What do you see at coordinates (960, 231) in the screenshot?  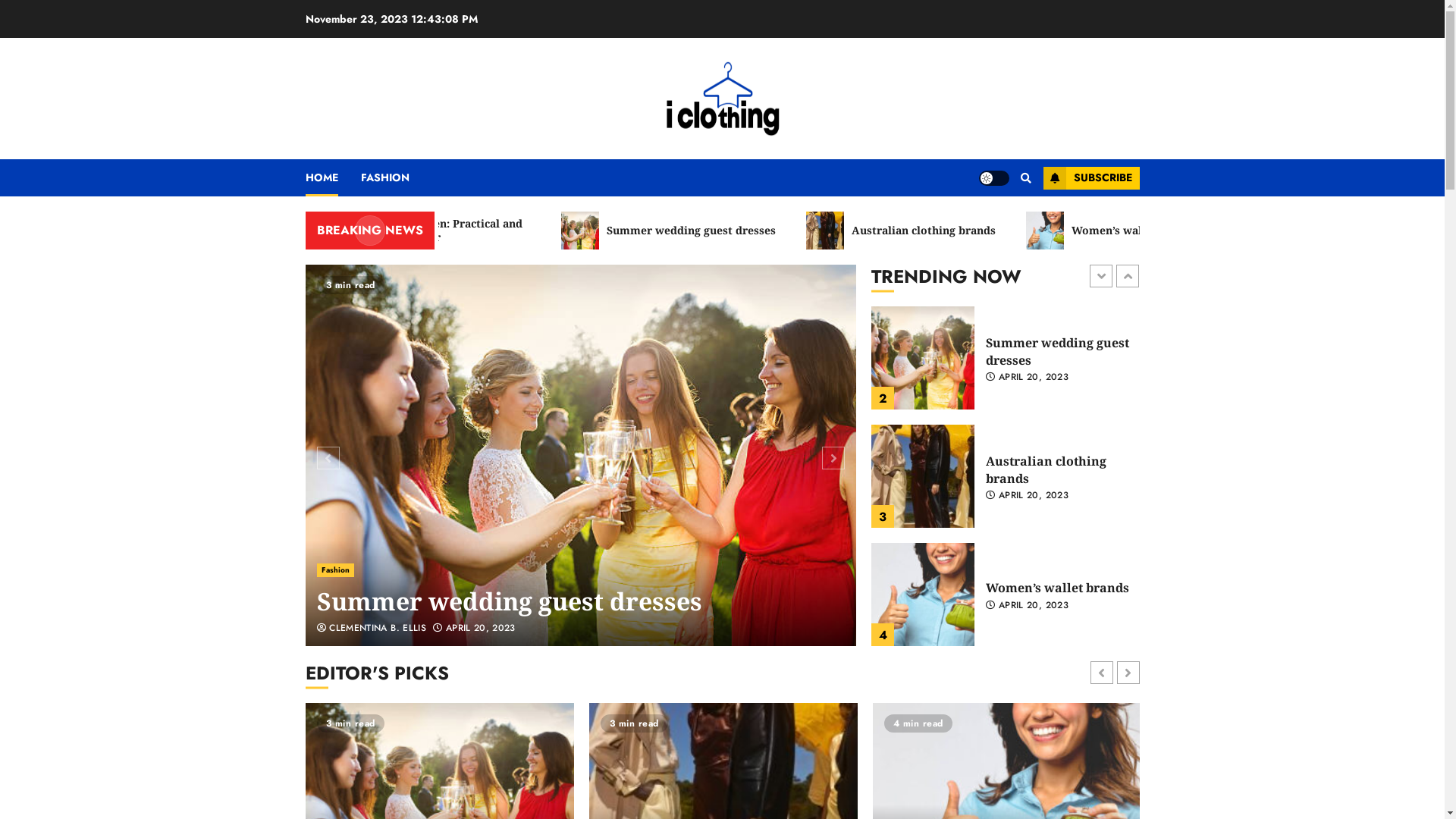 I see `'Australian clothing brands'` at bounding box center [960, 231].